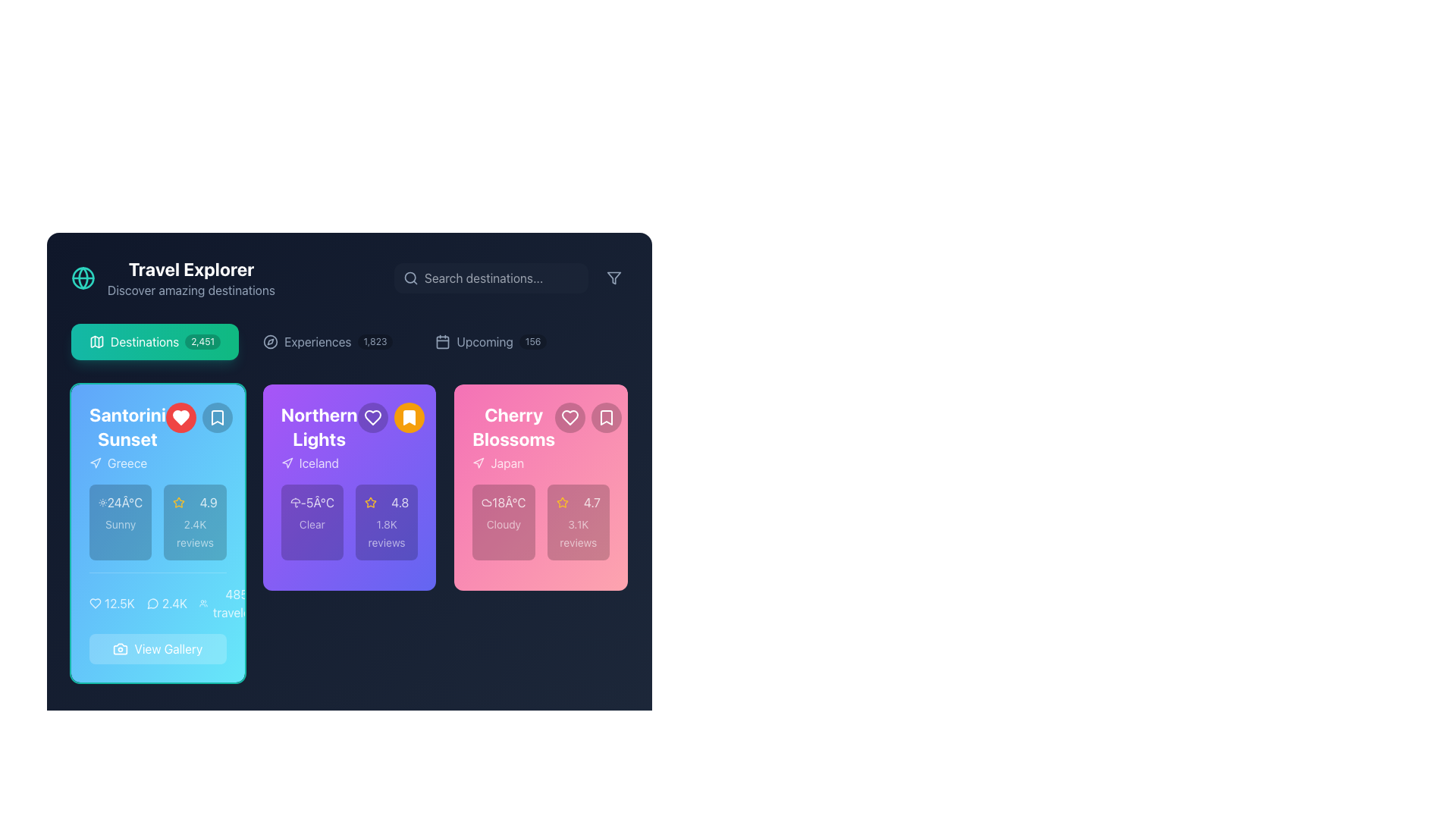  Describe the element at coordinates (513, 427) in the screenshot. I see `the text element reading 'Cherry Blossoms', which is styled in bold, large white font against a pink background, located at the top central area of the pink card labeled 'Cherry Blossoms'` at that location.